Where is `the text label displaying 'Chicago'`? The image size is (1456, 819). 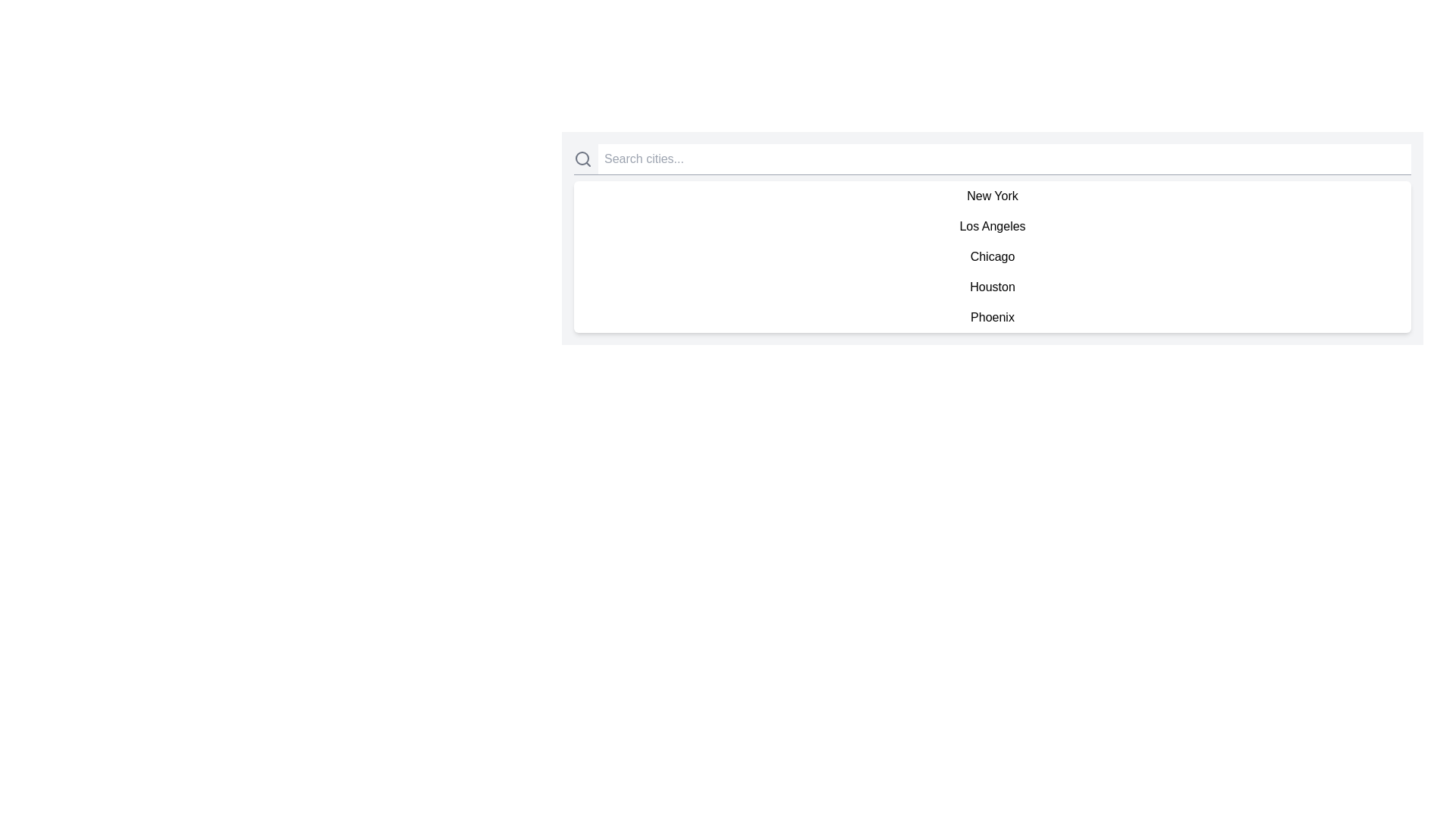
the text label displaying 'Chicago' is located at coordinates (993, 256).